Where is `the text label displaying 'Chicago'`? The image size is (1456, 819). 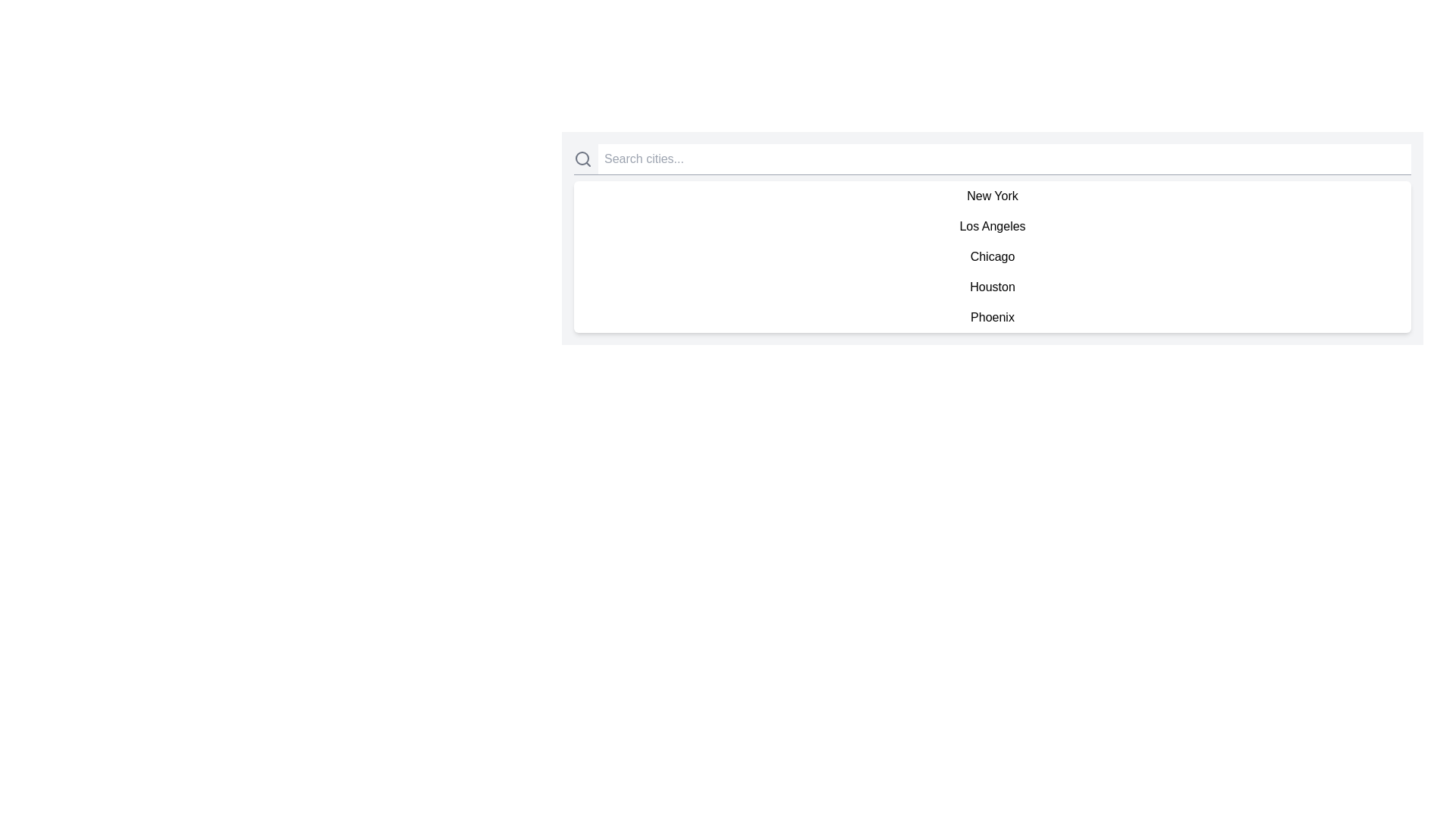
the text label displaying 'Chicago' is located at coordinates (993, 256).